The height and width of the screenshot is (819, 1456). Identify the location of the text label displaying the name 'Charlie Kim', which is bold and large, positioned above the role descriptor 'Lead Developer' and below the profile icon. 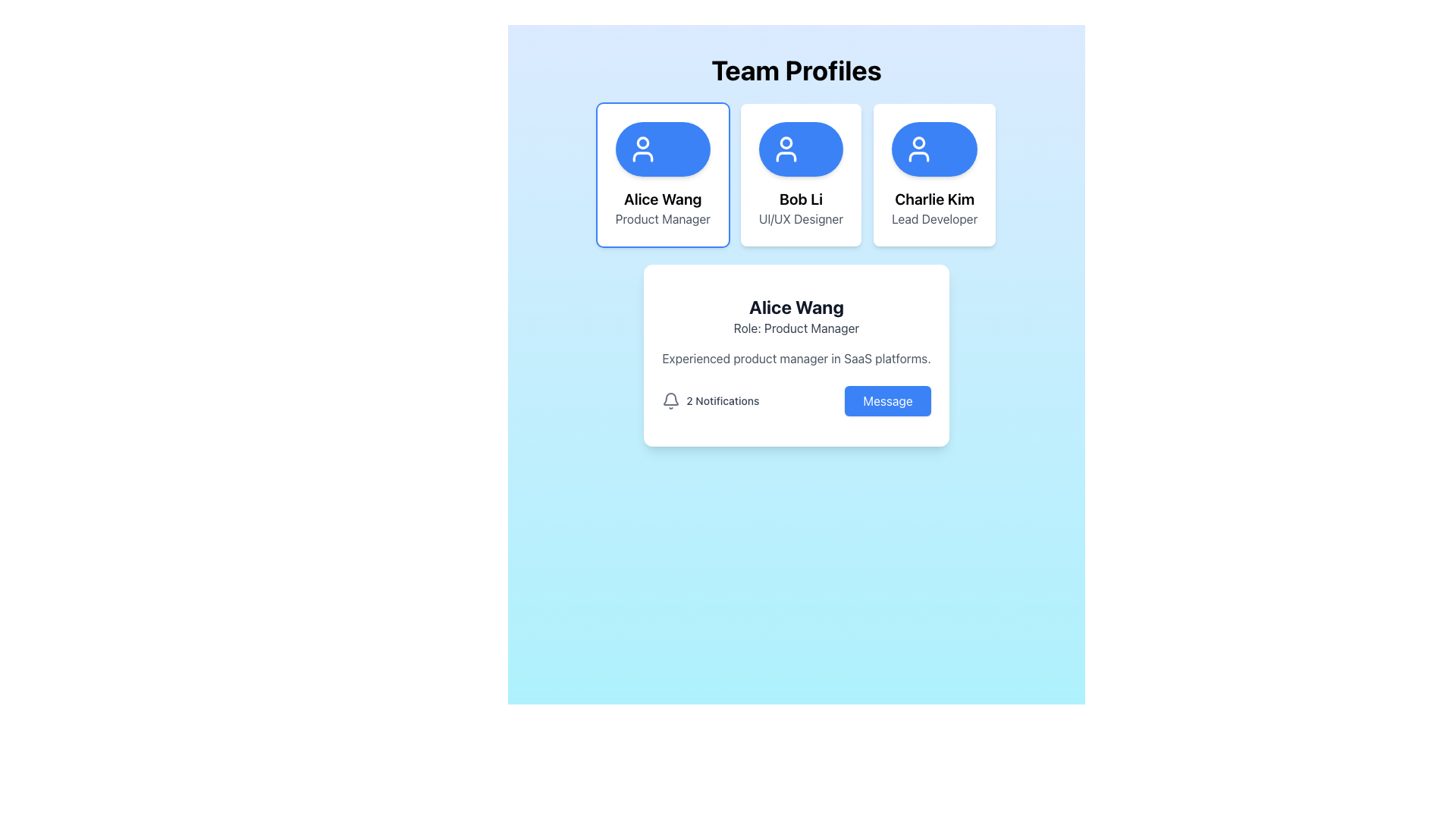
(934, 198).